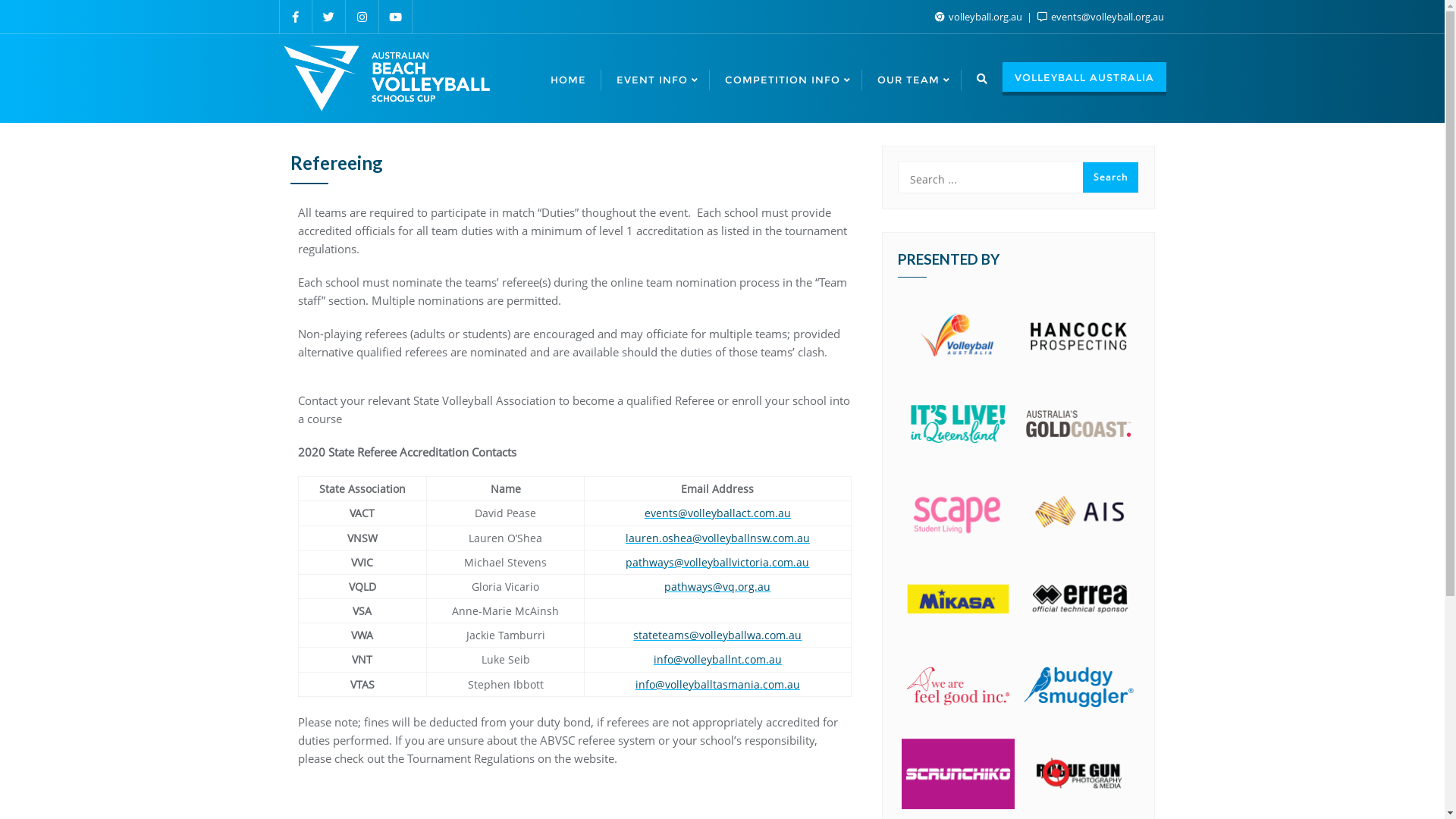  Describe the element at coordinates (717, 658) in the screenshot. I see `'info@volleyballnt.com.au'` at that location.